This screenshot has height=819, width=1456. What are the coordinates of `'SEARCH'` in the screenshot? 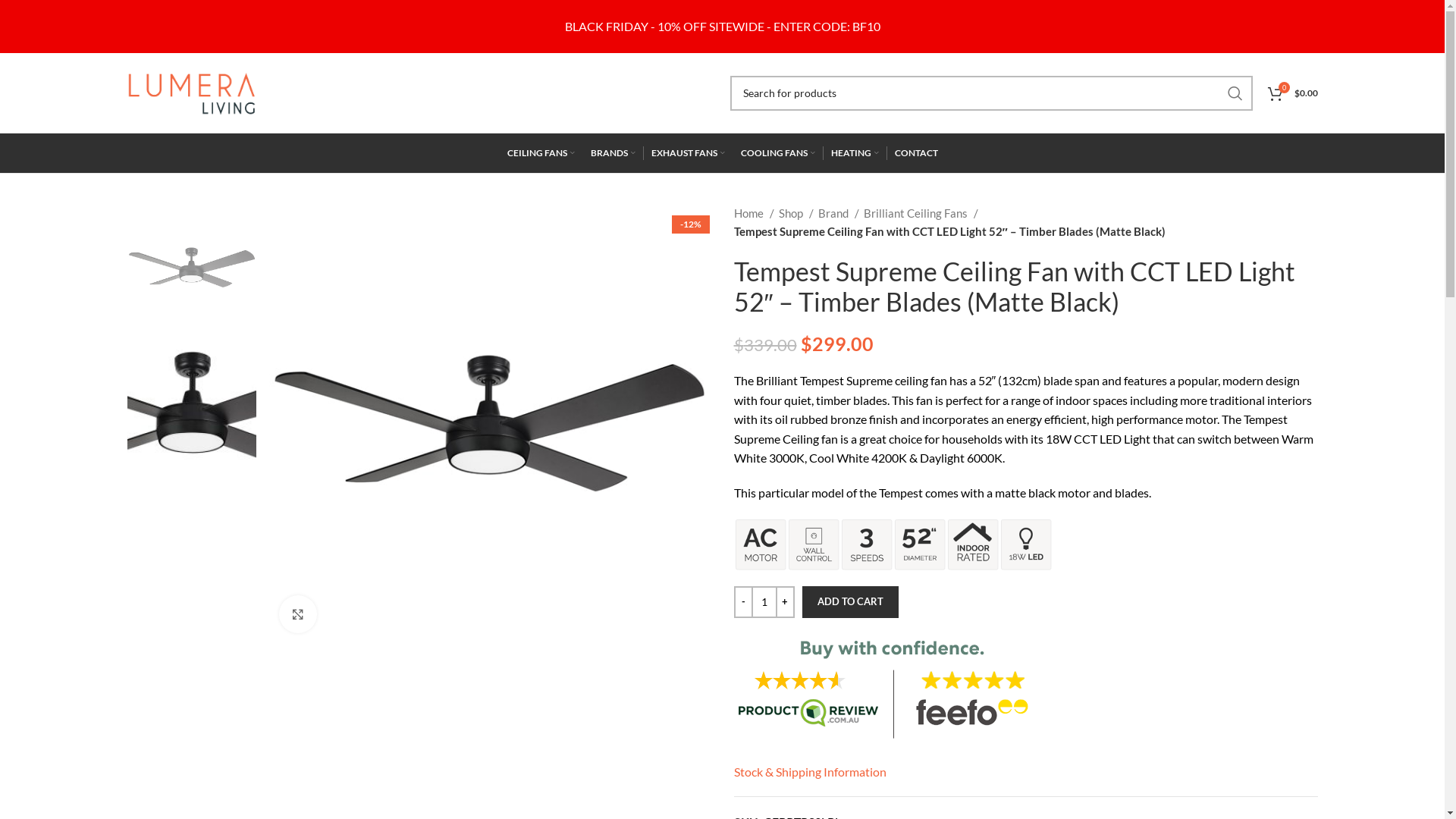 It's located at (1235, 93).